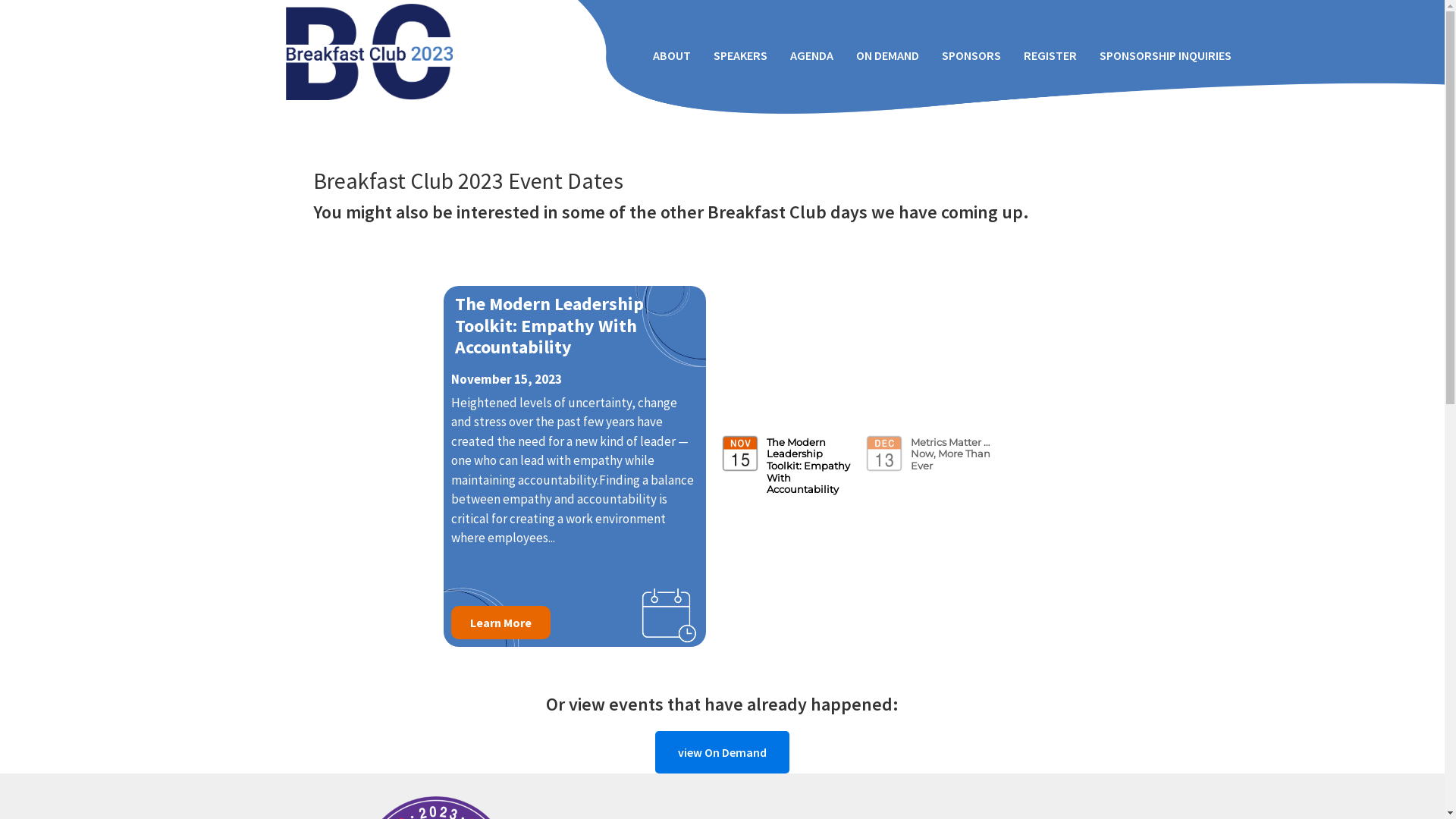 This screenshot has height=819, width=1456. What do you see at coordinates (740, 55) in the screenshot?
I see `'SPEAKERS'` at bounding box center [740, 55].